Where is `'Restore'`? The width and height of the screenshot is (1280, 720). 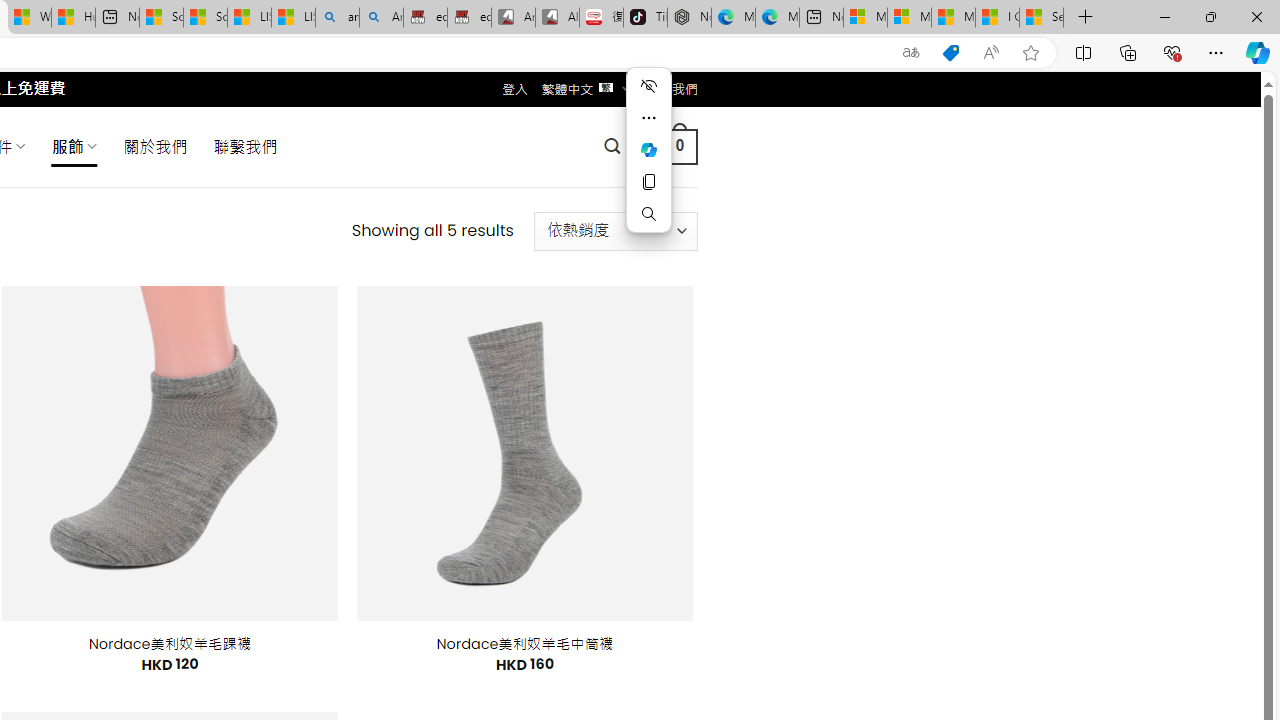
'Restore' is located at coordinates (1209, 16).